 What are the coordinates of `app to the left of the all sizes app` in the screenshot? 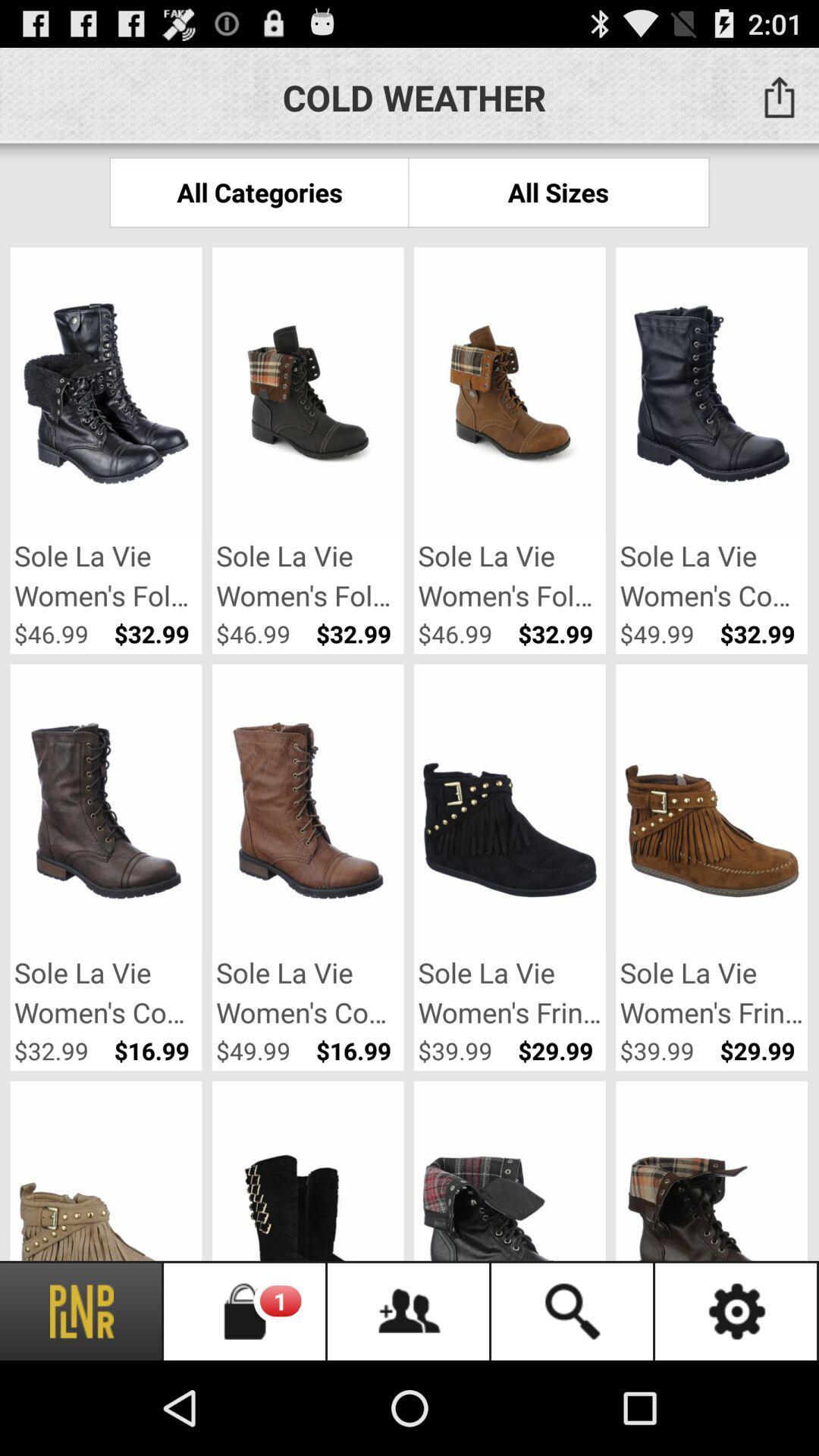 It's located at (259, 191).